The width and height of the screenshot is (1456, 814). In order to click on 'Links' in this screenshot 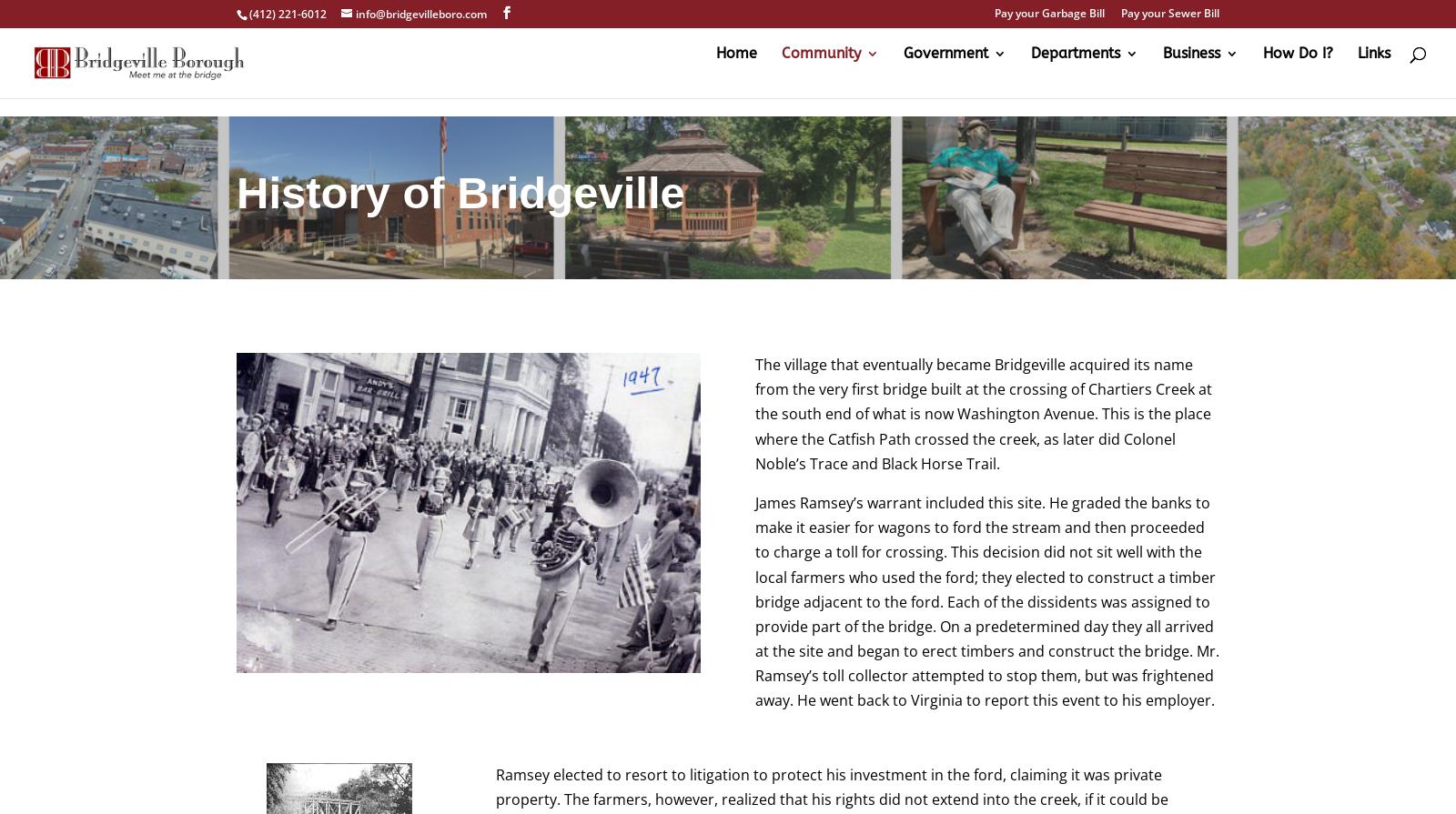, I will do `click(1358, 72)`.